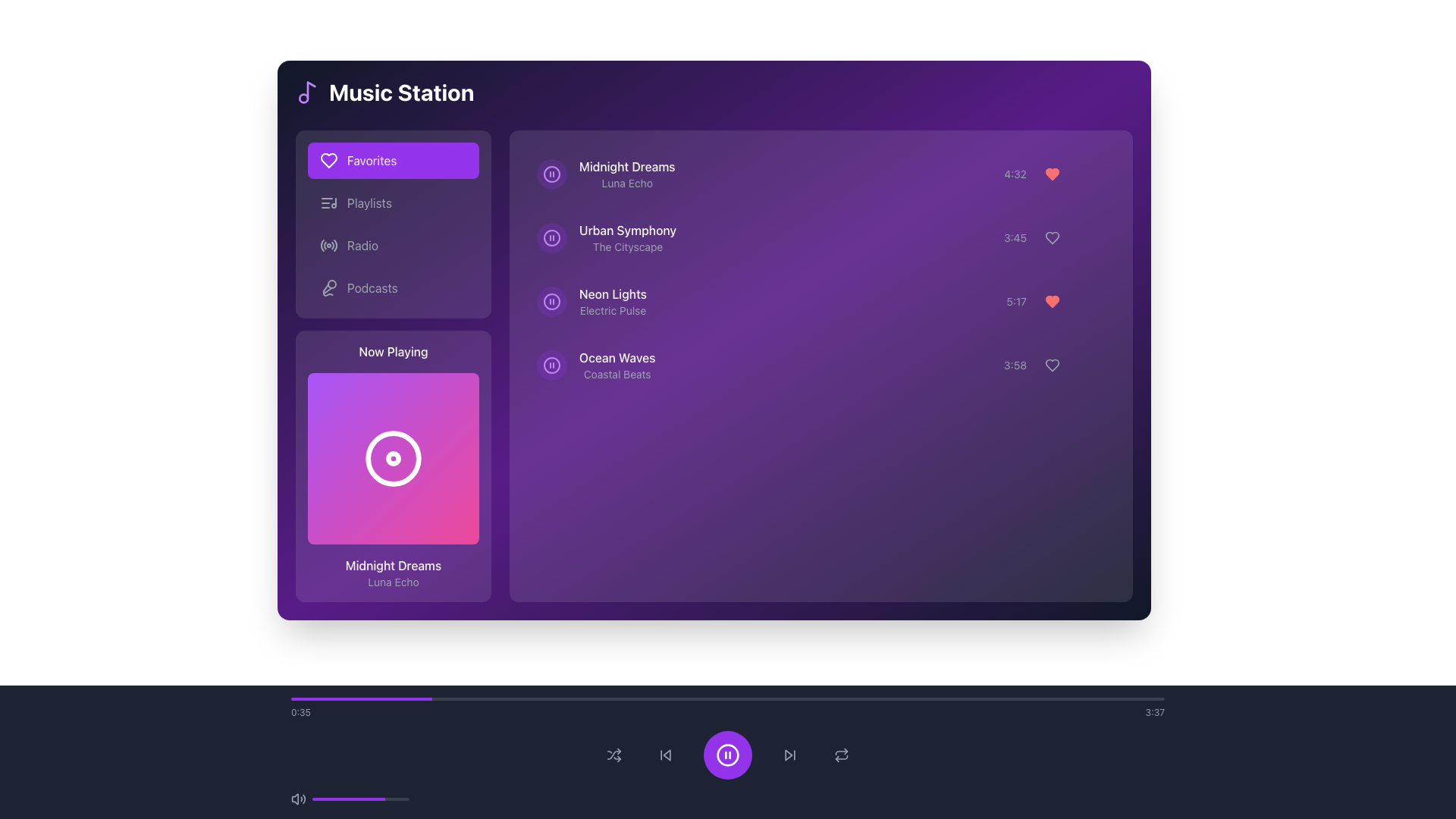  What do you see at coordinates (366, 798) in the screenshot?
I see `the slider value` at bounding box center [366, 798].